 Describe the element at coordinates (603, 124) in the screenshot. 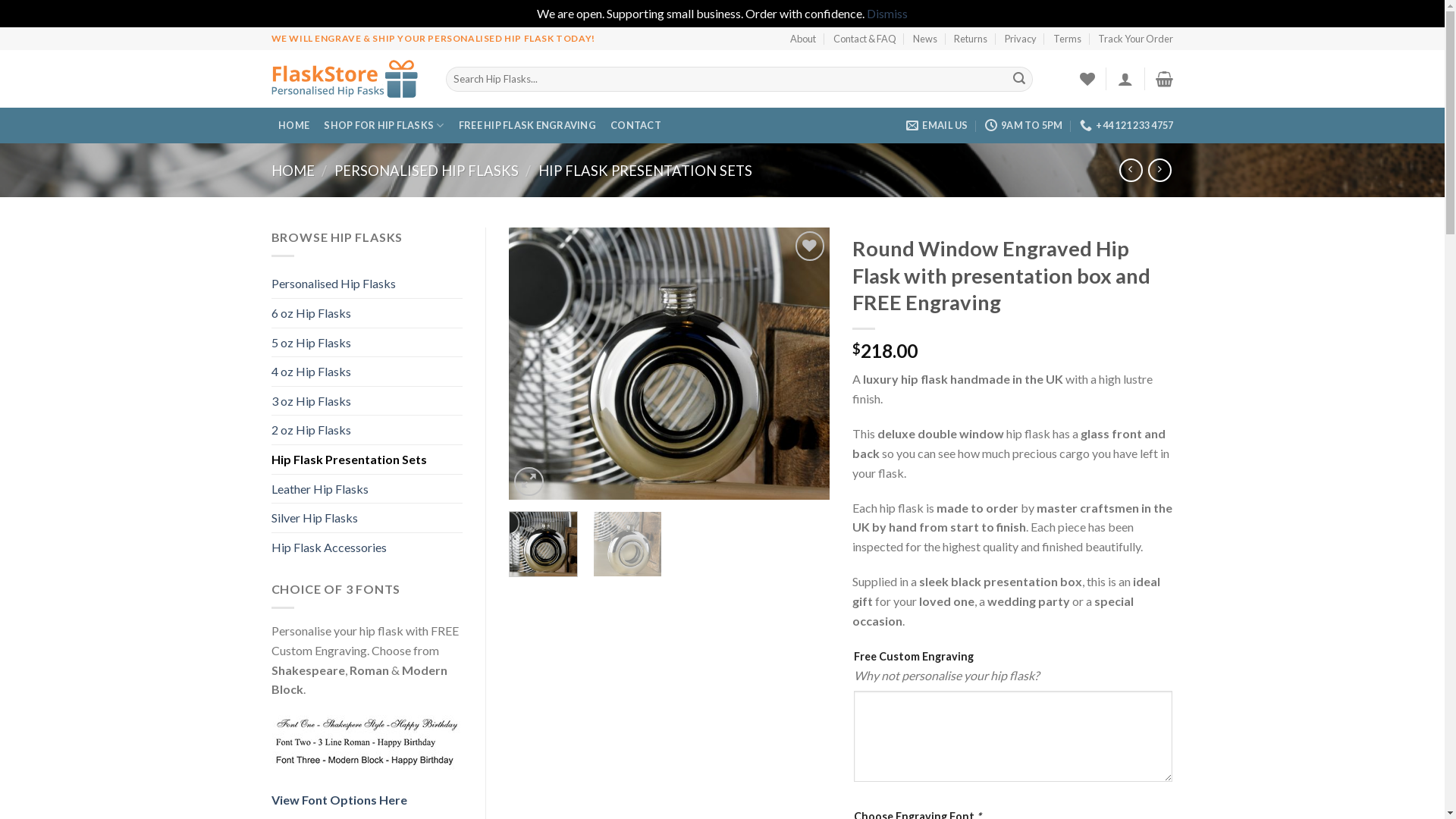

I see `'CONTACT'` at that location.